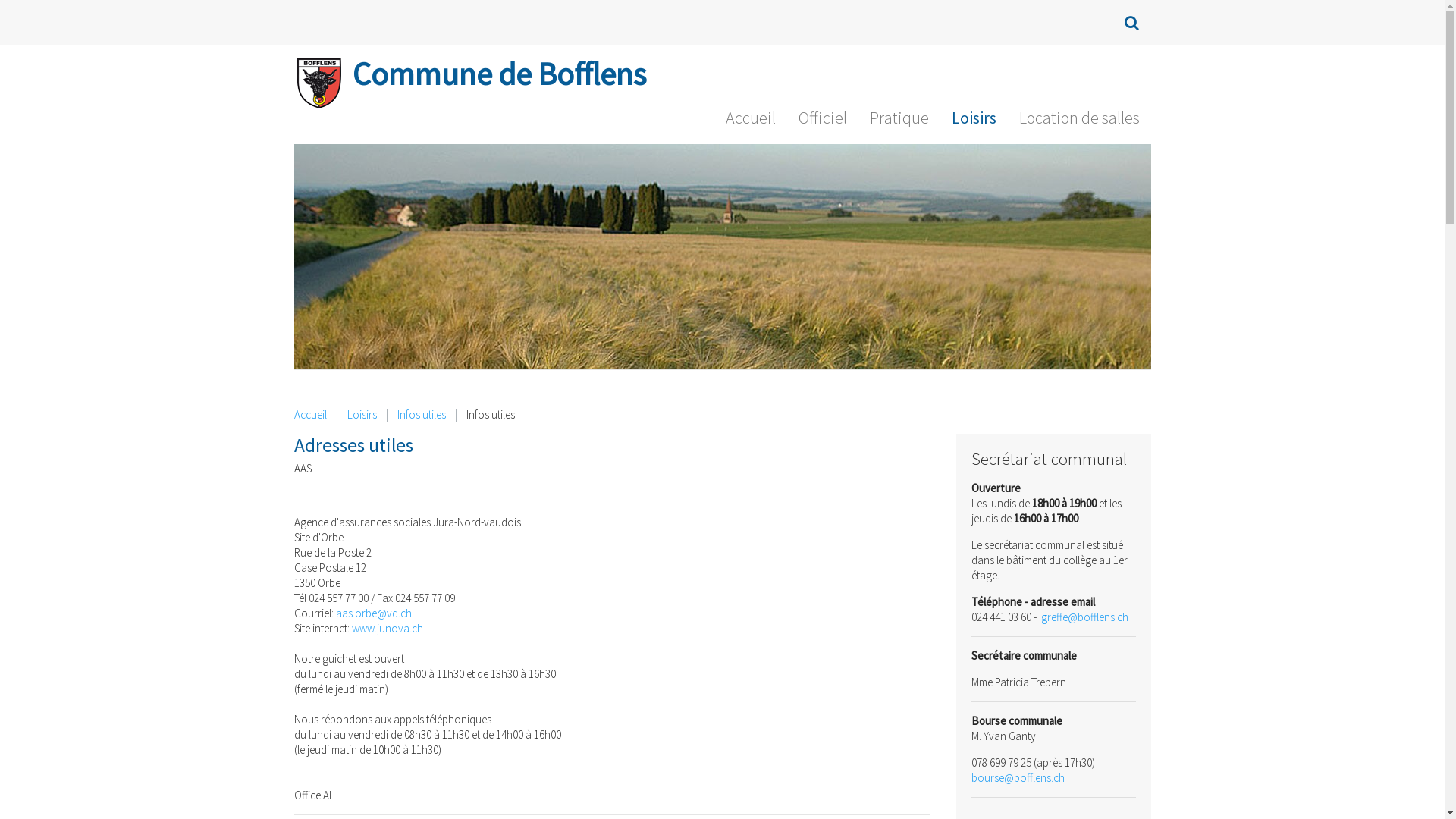  Describe the element at coordinates (821, 120) in the screenshot. I see `'Officiel'` at that location.